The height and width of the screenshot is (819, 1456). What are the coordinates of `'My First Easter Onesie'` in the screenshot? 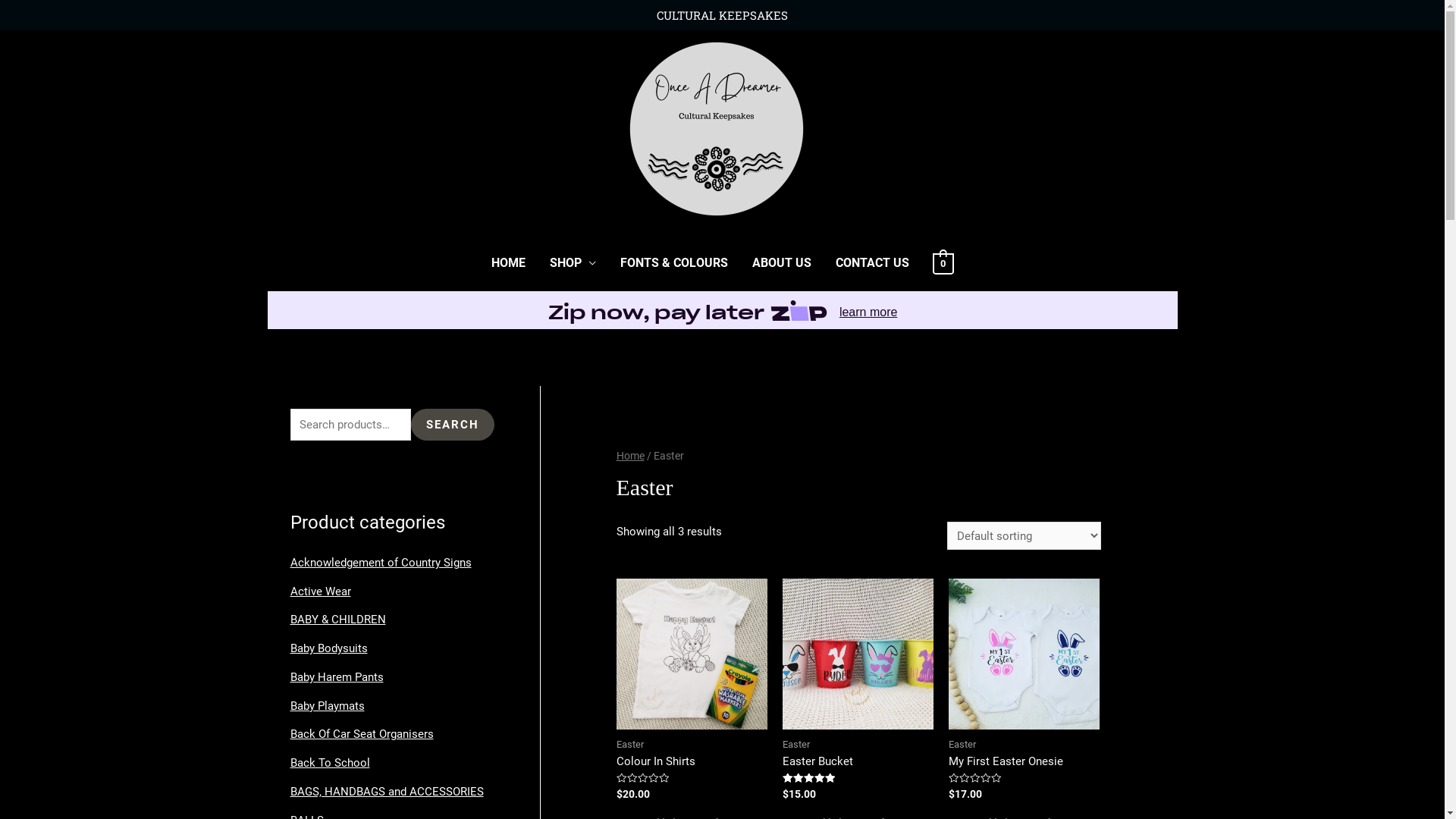 It's located at (948, 761).